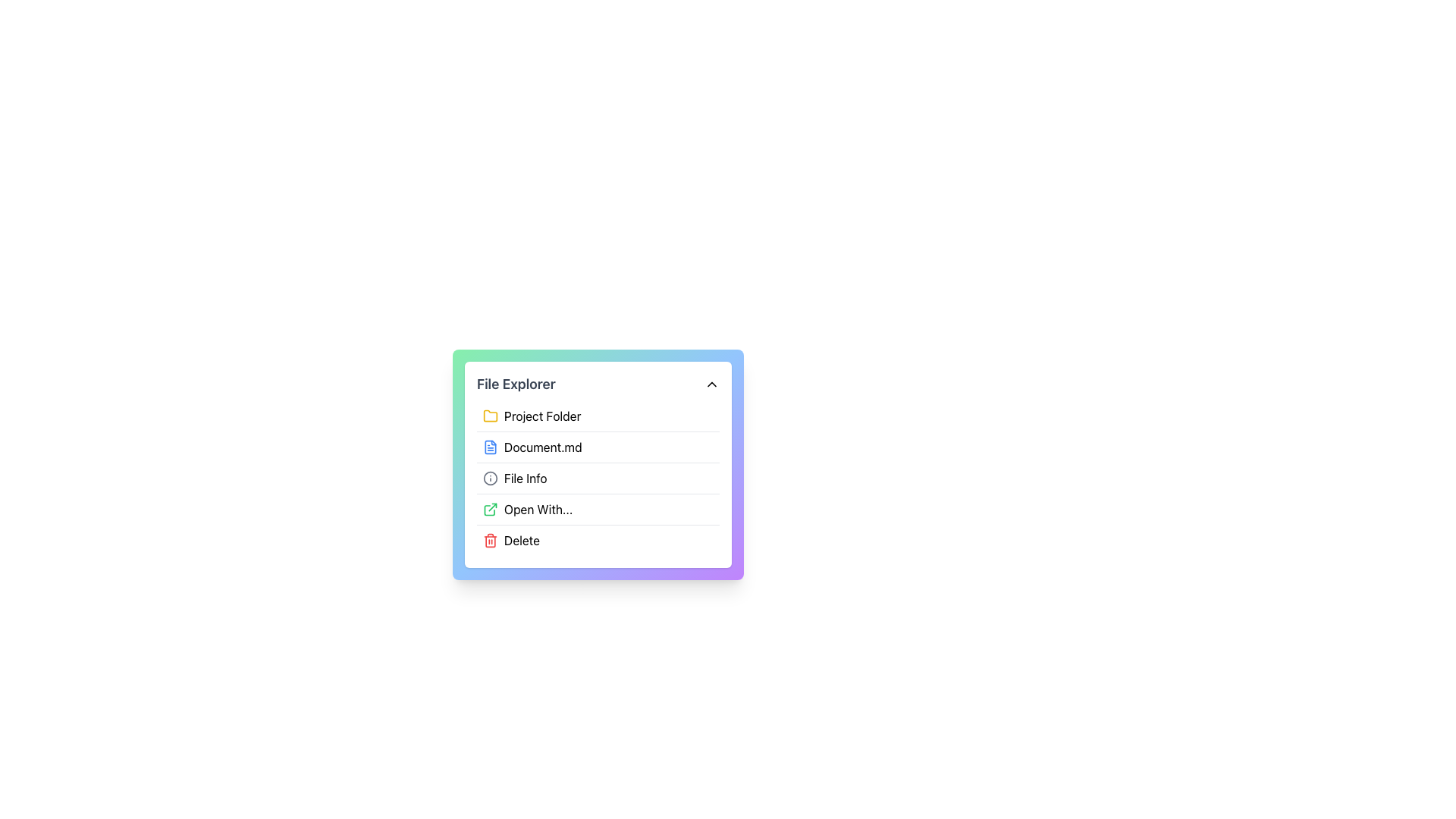  Describe the element at coordinates (597, 539) in the screenshot. I see `the last item in the vertical list menu that represents a deletion action, located beneath the 'Open With...' row` at that location.